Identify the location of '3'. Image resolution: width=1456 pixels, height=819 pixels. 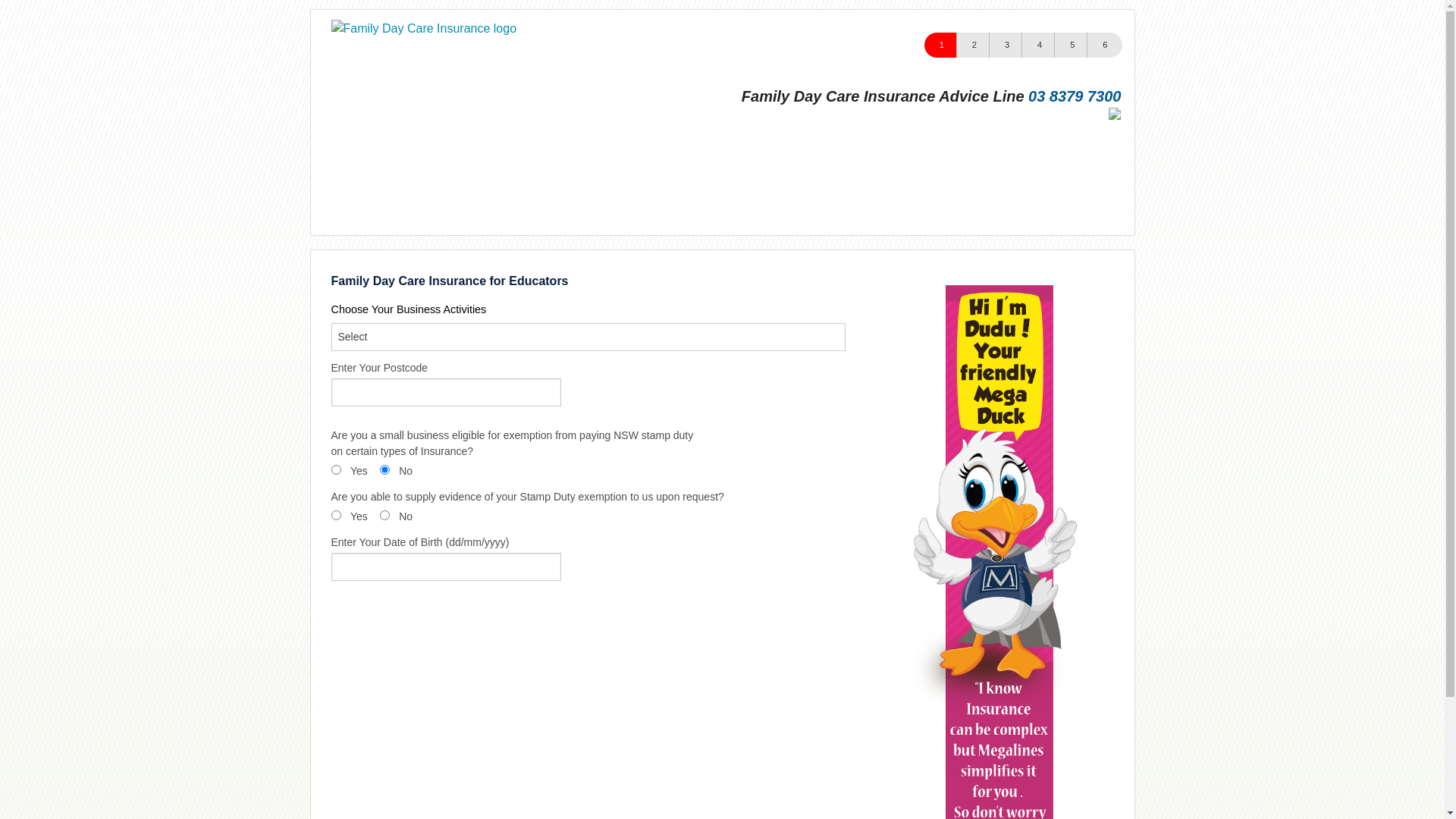
(989, 44).